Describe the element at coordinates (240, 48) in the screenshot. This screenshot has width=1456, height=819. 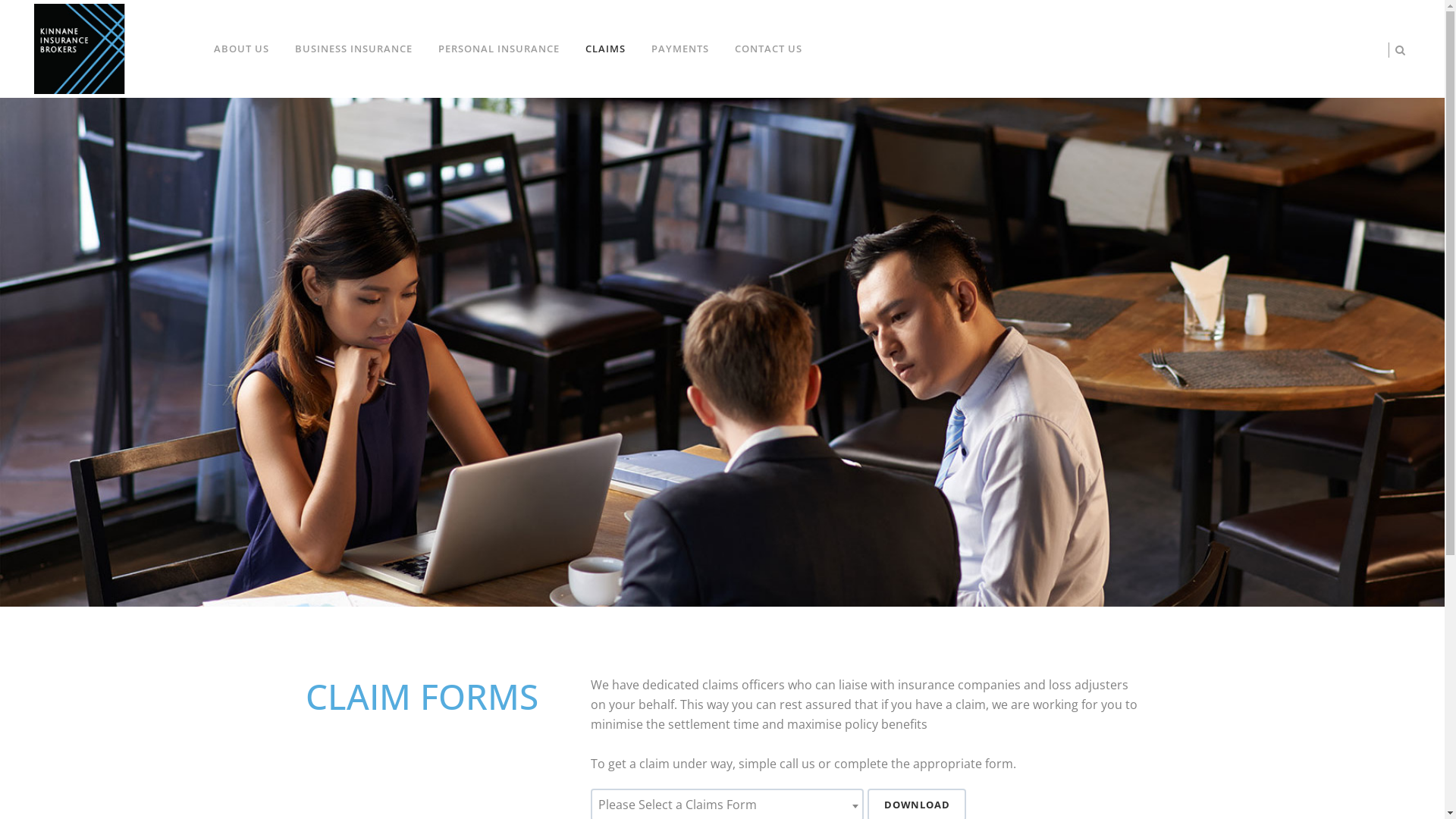
I see `'ABOUT US'` at that location.